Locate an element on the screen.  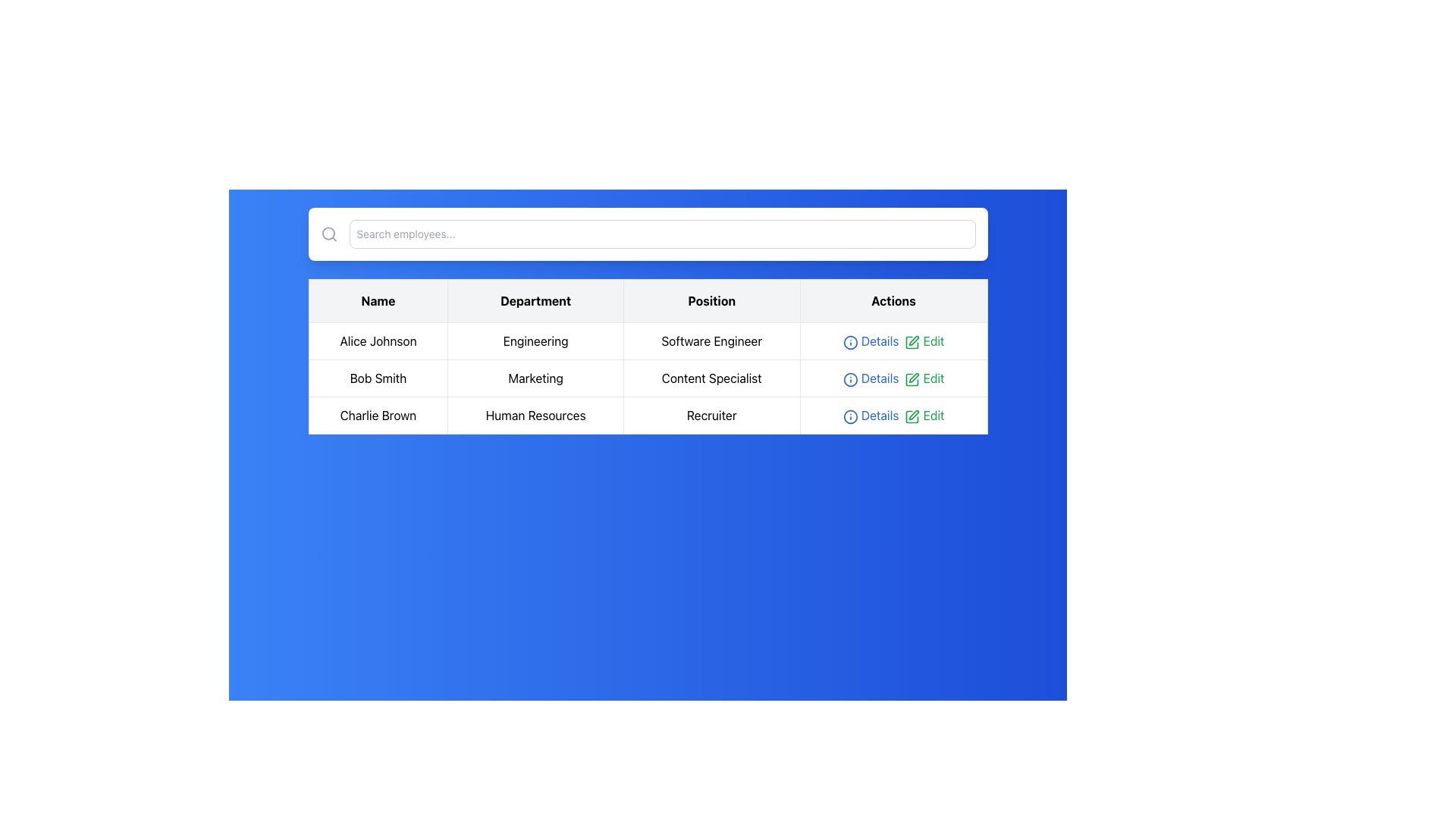
the button located to the right of the 'Details' link in the 'Actions' column for the entry 'Bob Smith' is located at coordinates (913, 377).